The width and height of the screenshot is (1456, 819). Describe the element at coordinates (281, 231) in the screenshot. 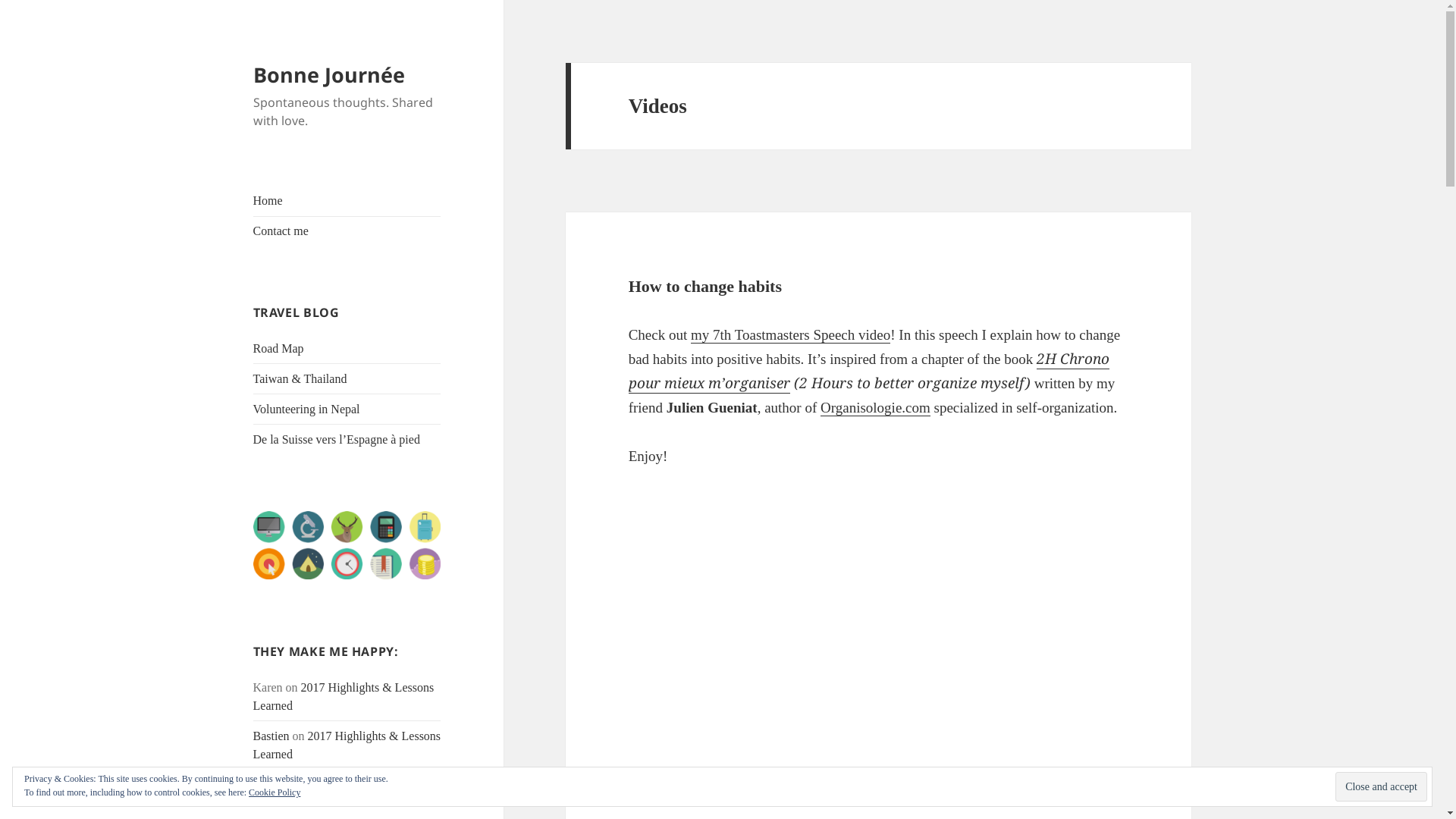

I see `'Contact me'` at that location.